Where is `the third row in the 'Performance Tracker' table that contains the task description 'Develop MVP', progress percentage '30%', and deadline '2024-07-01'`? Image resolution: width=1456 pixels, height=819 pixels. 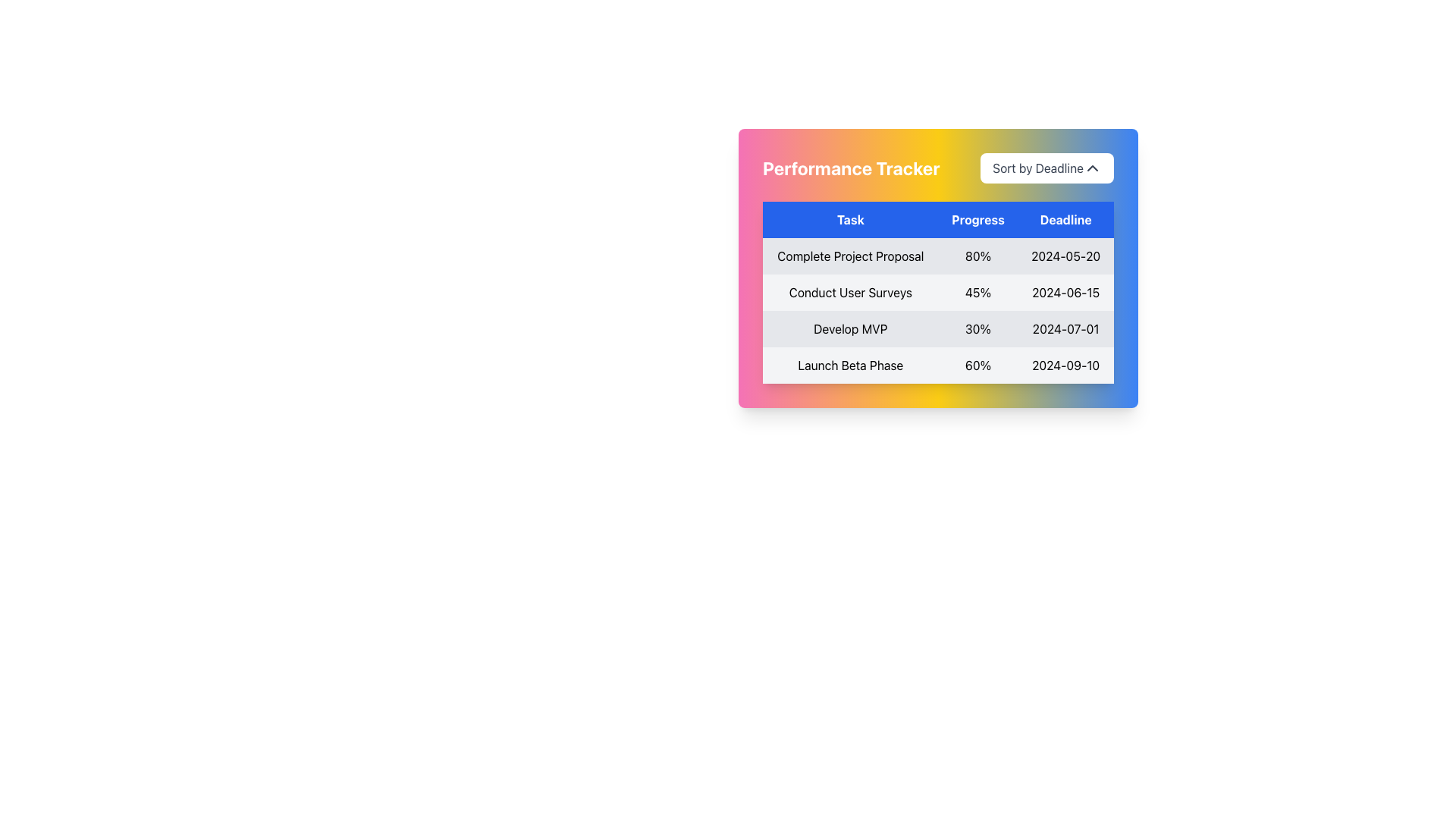 the third row in the 'Performance Tracker' table that contains the task description 'Develop MVP', progress percentage '30%', and deadline '2024-07-01' is located at coordinates (937, 328).